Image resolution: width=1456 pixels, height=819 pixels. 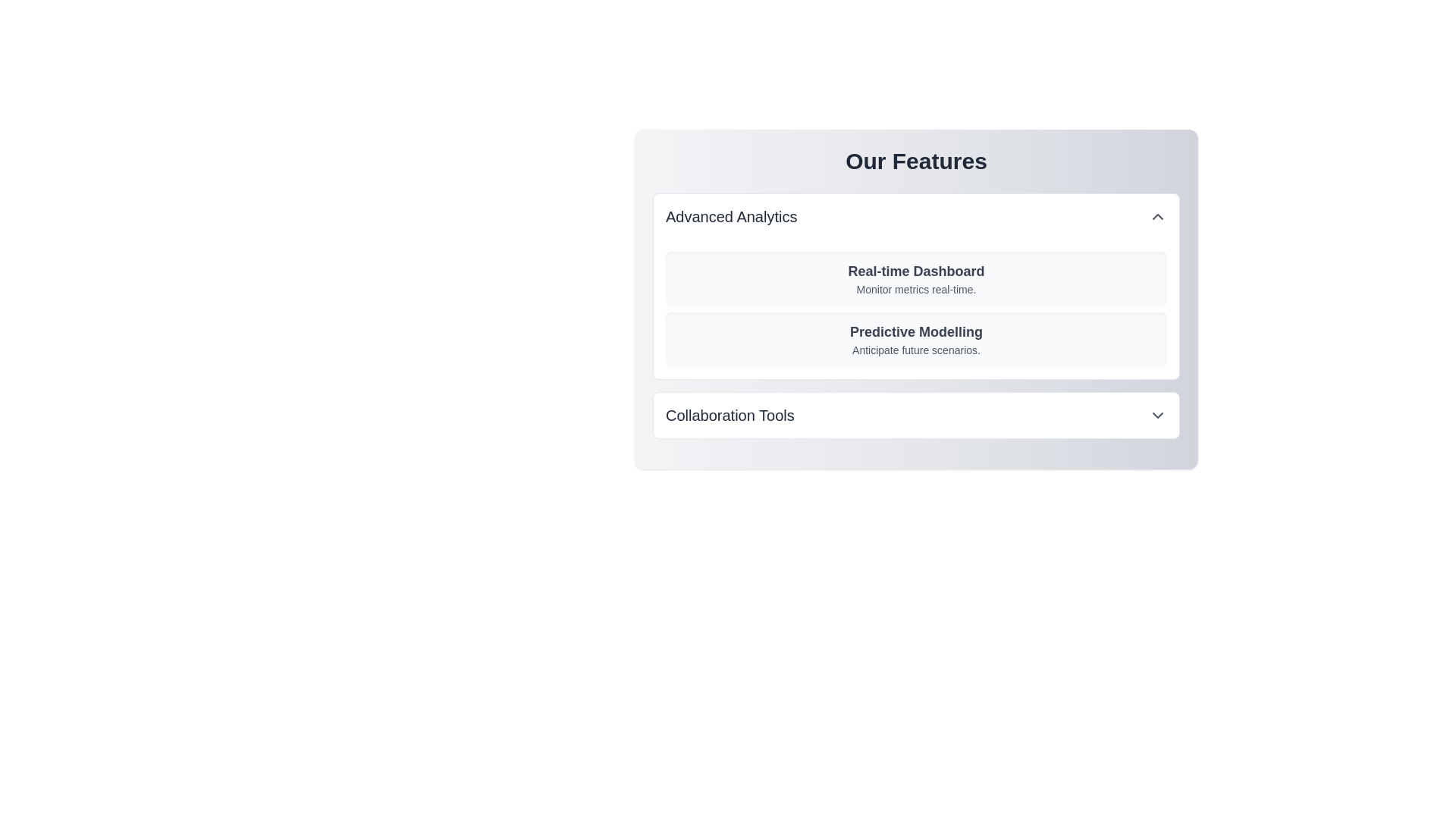 What do you see at coordinates (915, 289) in the screenshot?
I see `static text element located below the 'Real-time Dashboard' title in the 'Advanced Analytics' section for accessibility purposes` at bounding box center [915, 289].